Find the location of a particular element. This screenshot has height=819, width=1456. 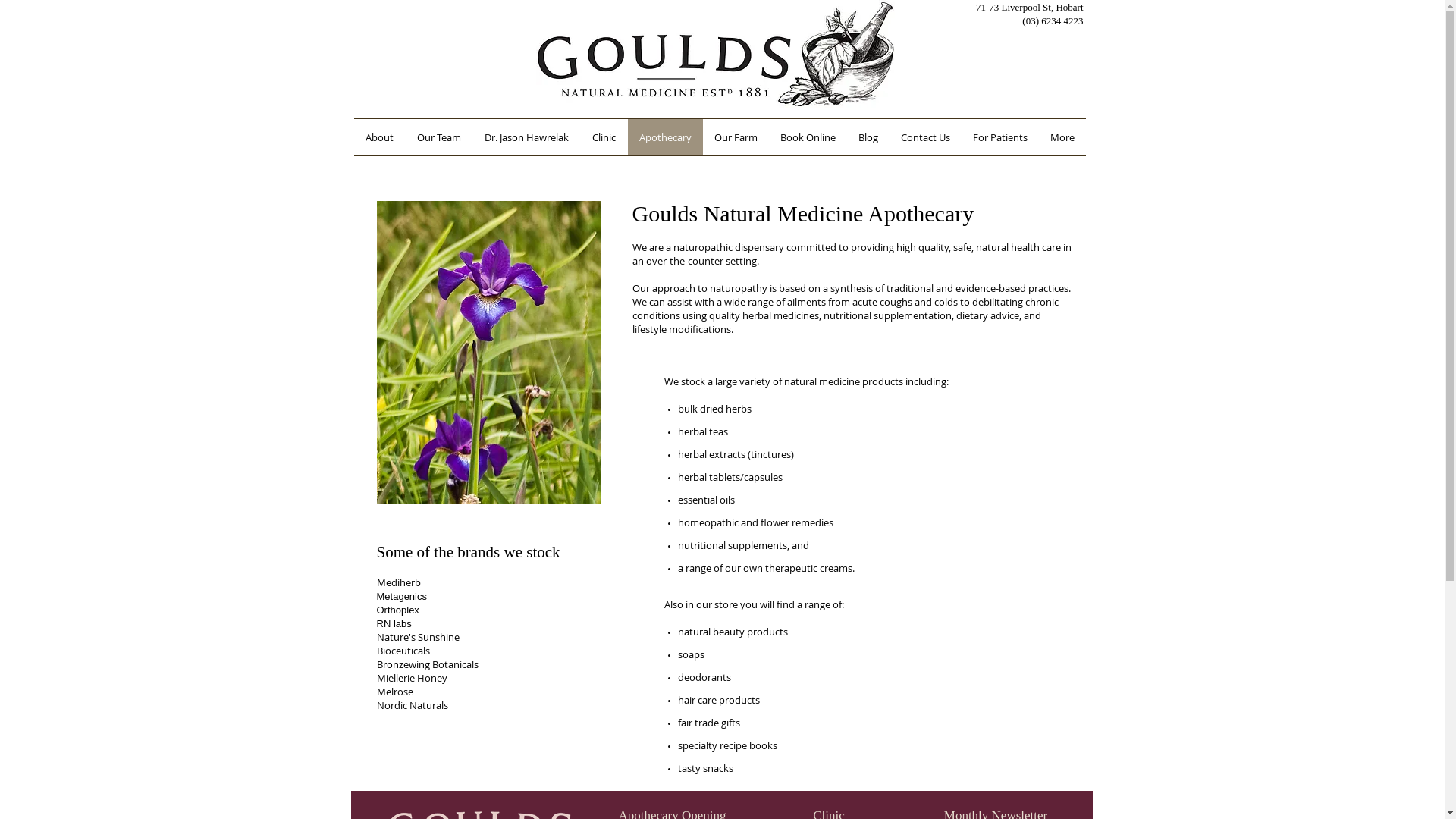

'Apothecary' is located at coordinates (665, 137).